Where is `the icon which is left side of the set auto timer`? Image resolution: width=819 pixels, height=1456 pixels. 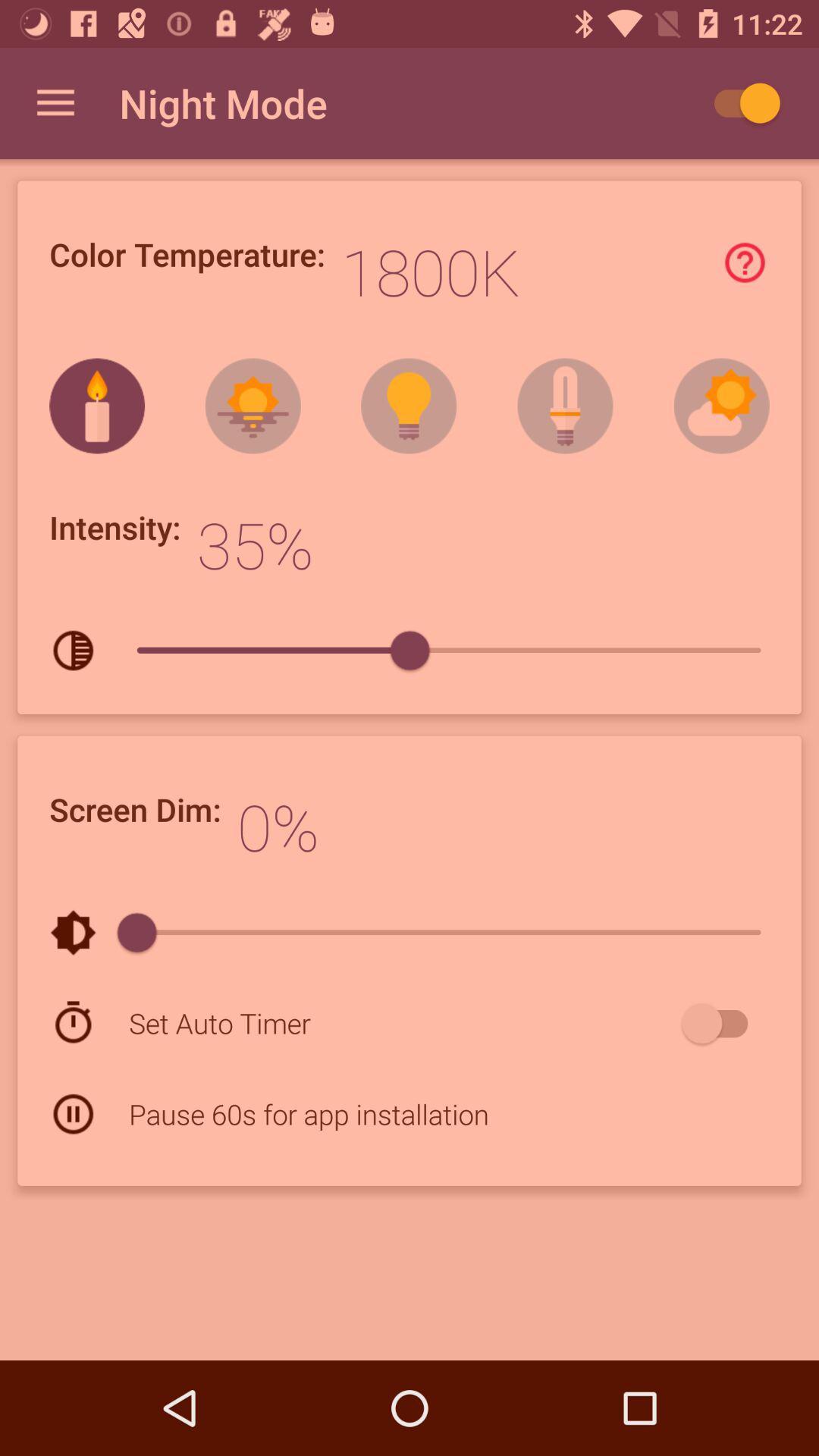 the icon which is left side of the set auto timer is located at coordinates (73, 1023).